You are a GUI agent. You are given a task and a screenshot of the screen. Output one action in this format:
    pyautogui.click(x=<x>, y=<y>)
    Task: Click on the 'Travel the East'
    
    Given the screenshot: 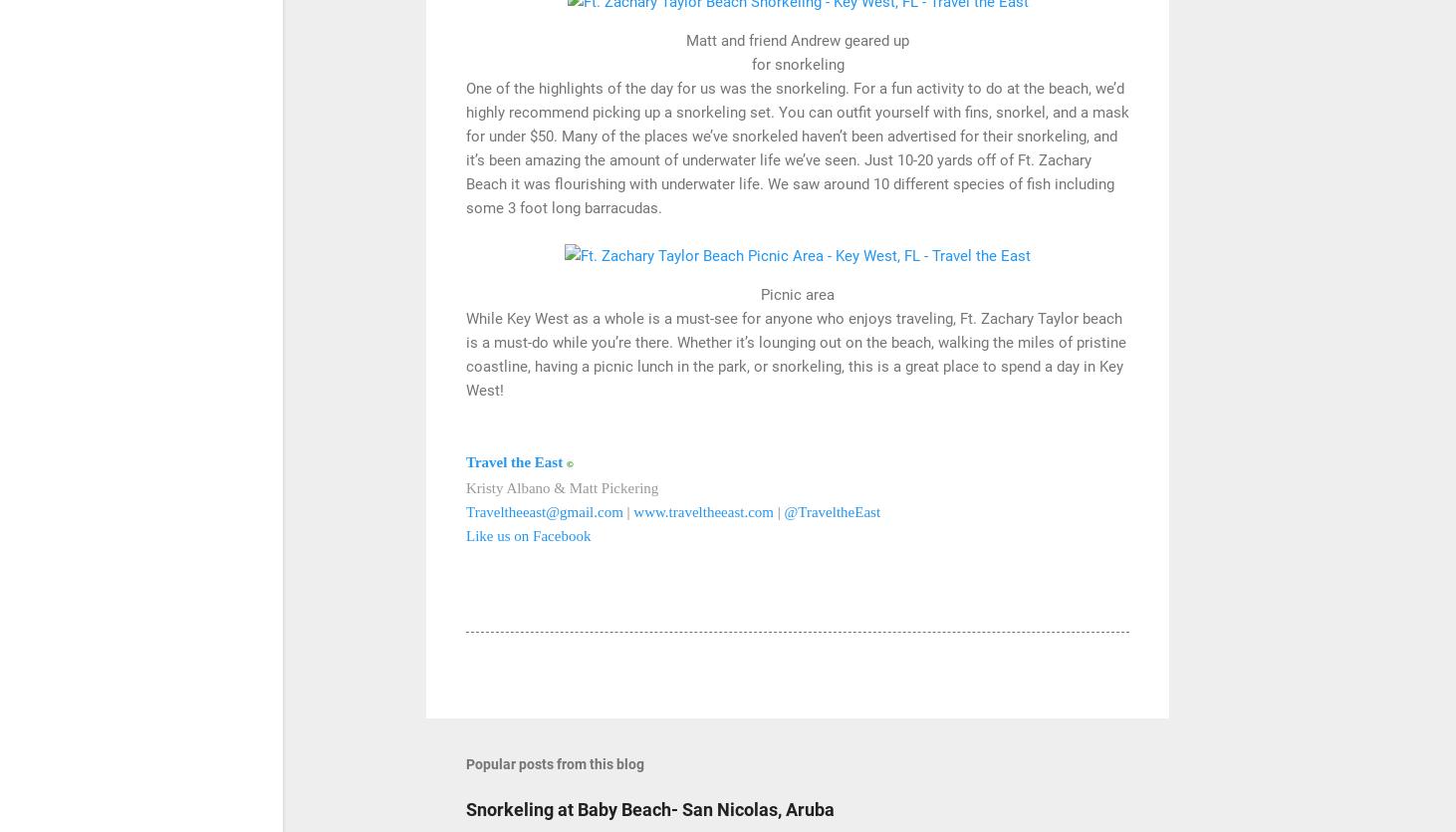 What is the action you would take?
    pyautogui.click(x=514, y=460)
    